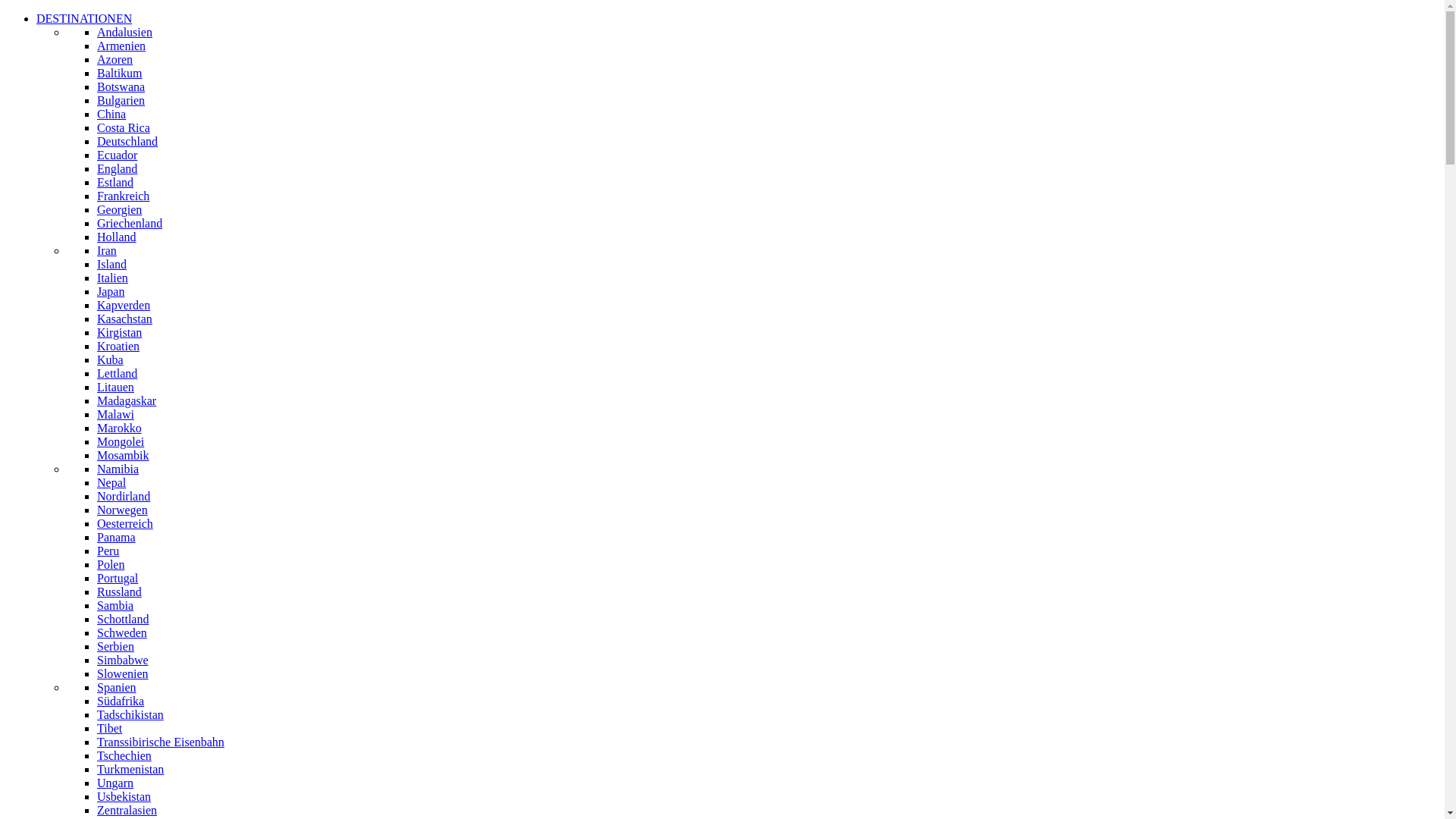  I want to click on 'Azoren', so click(114, 58).